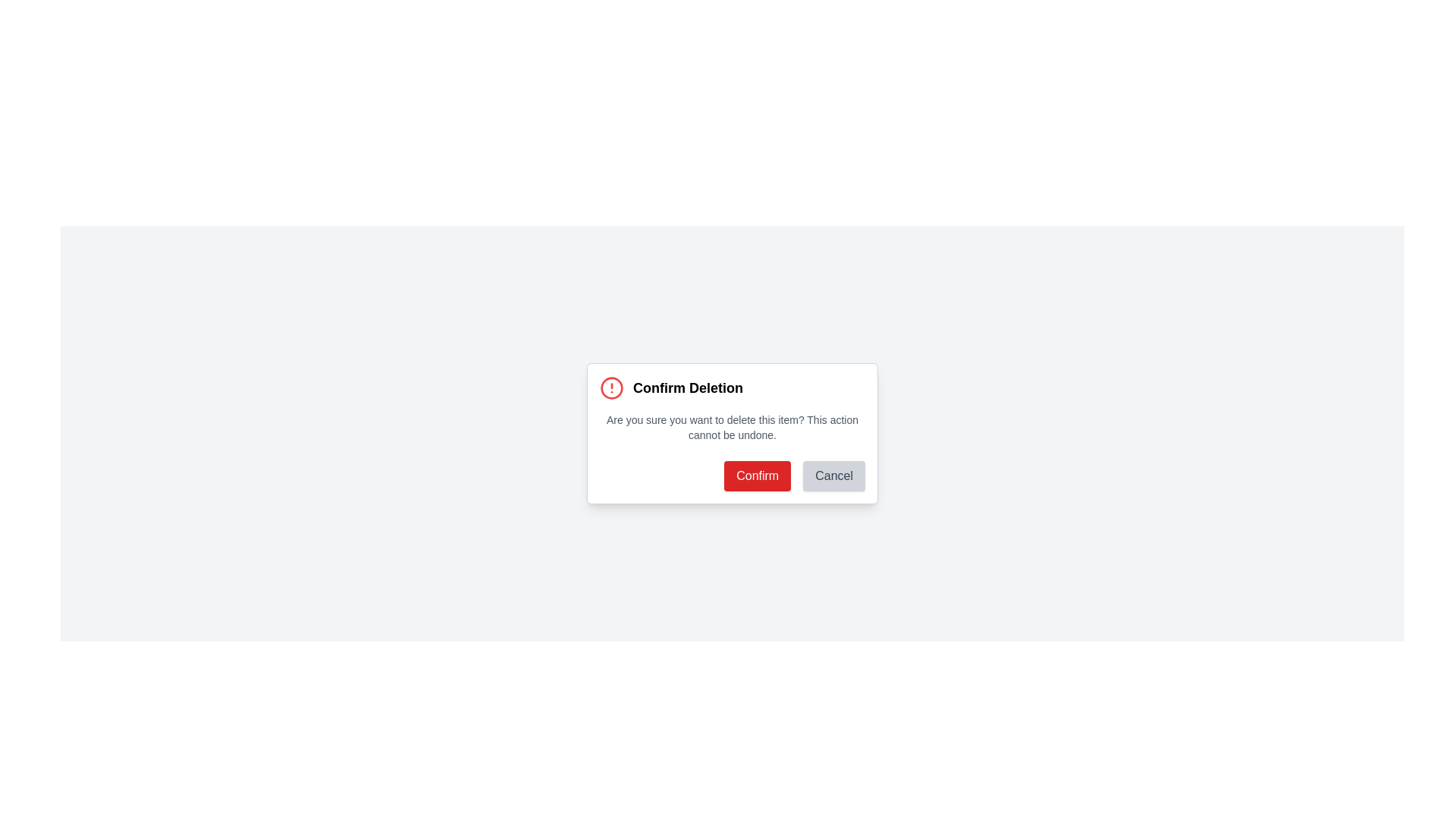 Image resolution: width=1456 pixels, height=819 pixels. What do you see at coordinates (732, 427) in the screenshot?
I see `the text warning message that says 'Are you sure you want to delete this item? This action cannot be undone.', which is styled in small gray font and located centrally within the confirmation dialog` at bounding box center [732, 427].